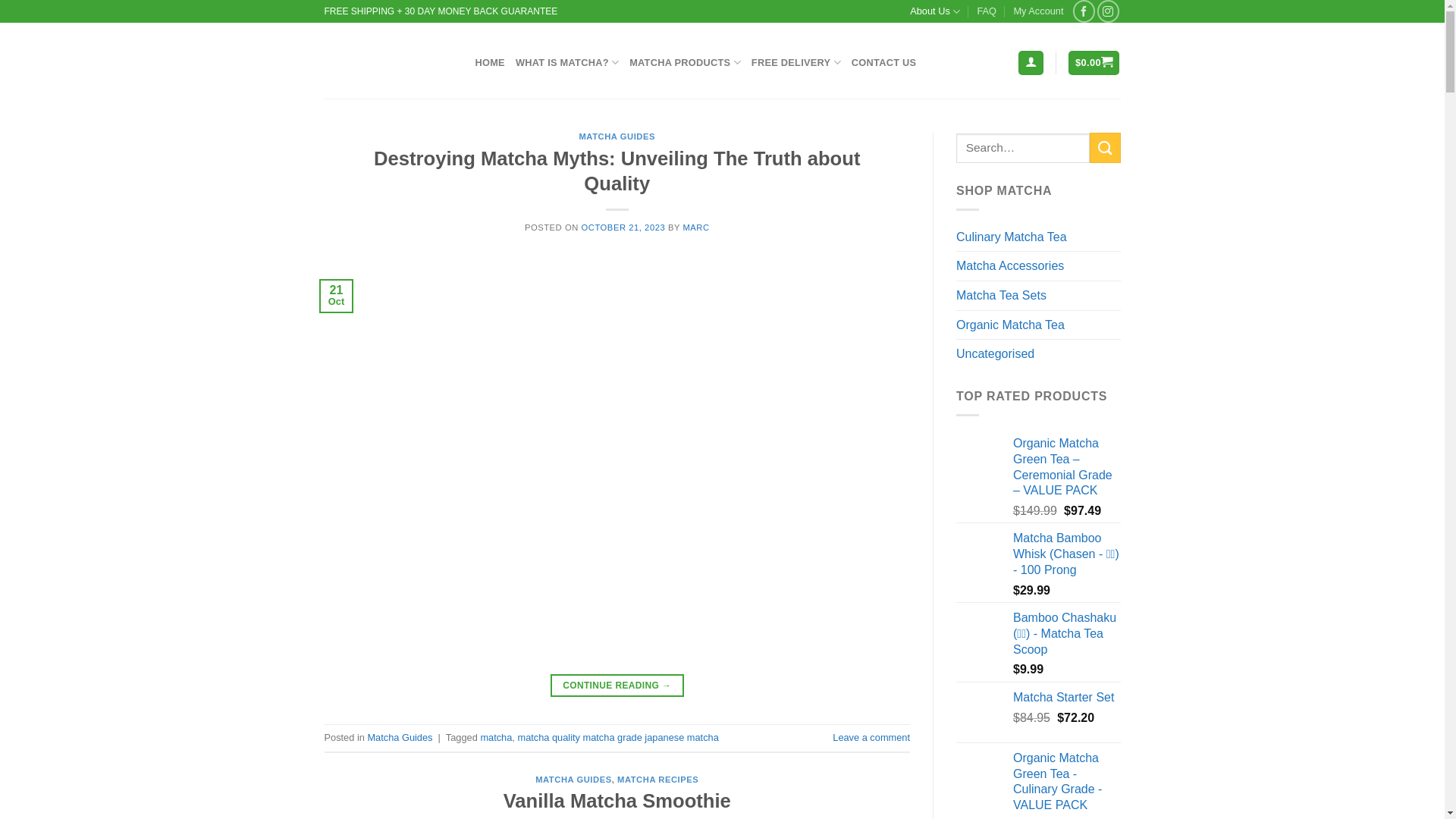 This screenshot has height=819, width=1456. I want to click on 'Follow on Facebook', so click(1083, 11).